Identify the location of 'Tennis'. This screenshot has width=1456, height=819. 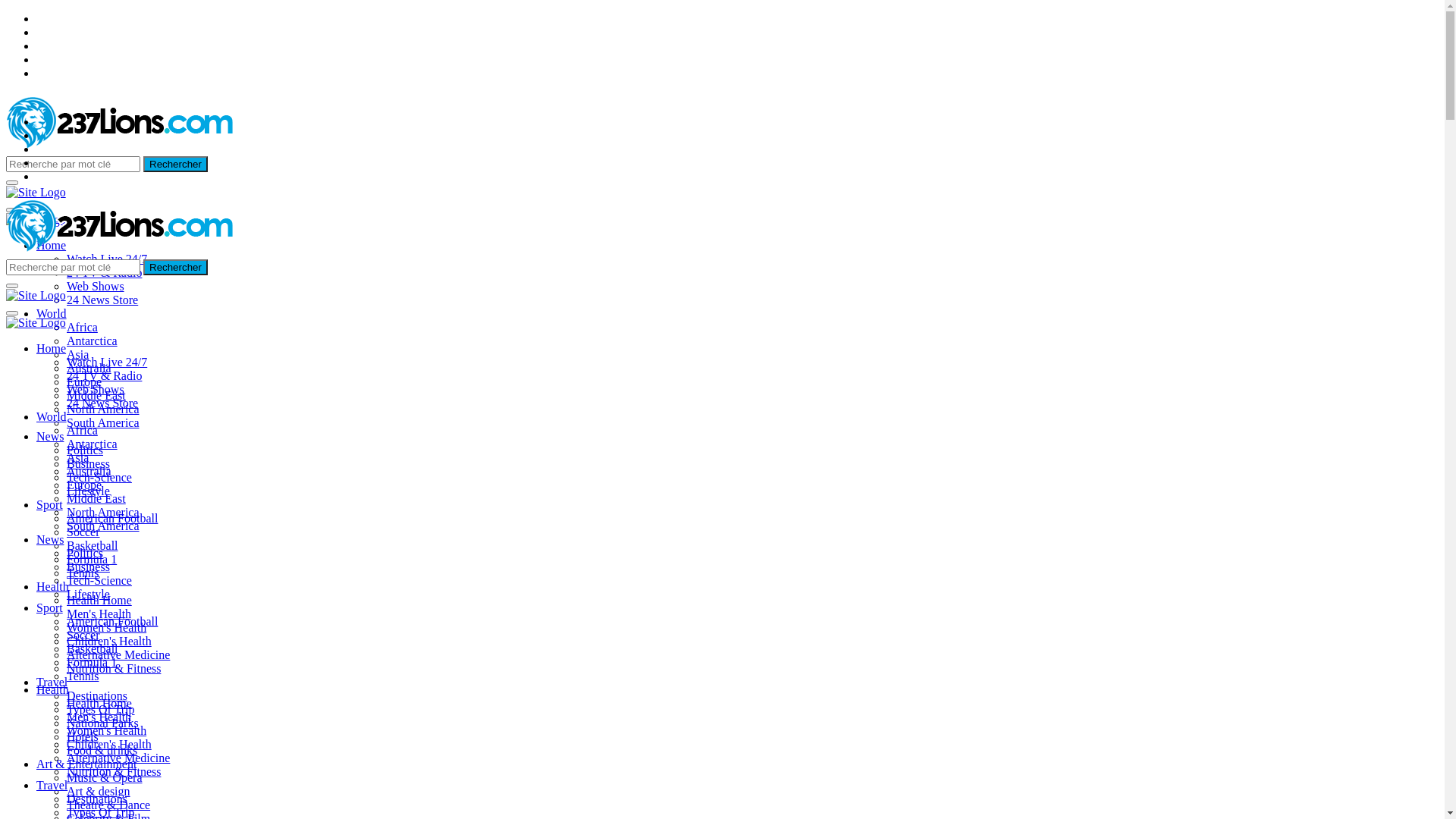
(82, 675).